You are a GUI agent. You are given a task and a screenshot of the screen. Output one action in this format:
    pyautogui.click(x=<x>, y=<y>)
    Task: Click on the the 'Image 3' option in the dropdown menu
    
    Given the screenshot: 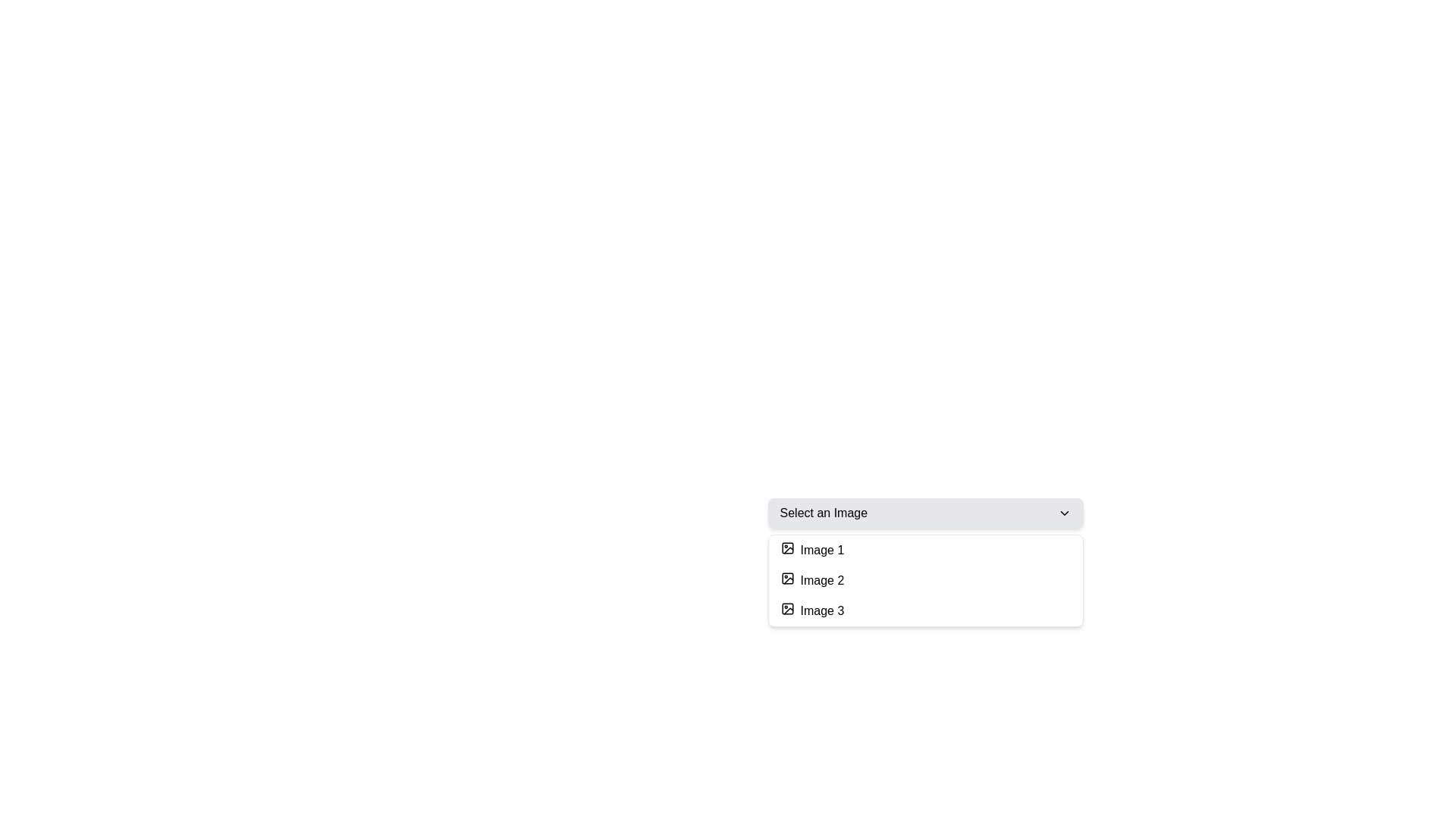 What is the action you would take?
    pyautogui.click(x=924, y=610)
    